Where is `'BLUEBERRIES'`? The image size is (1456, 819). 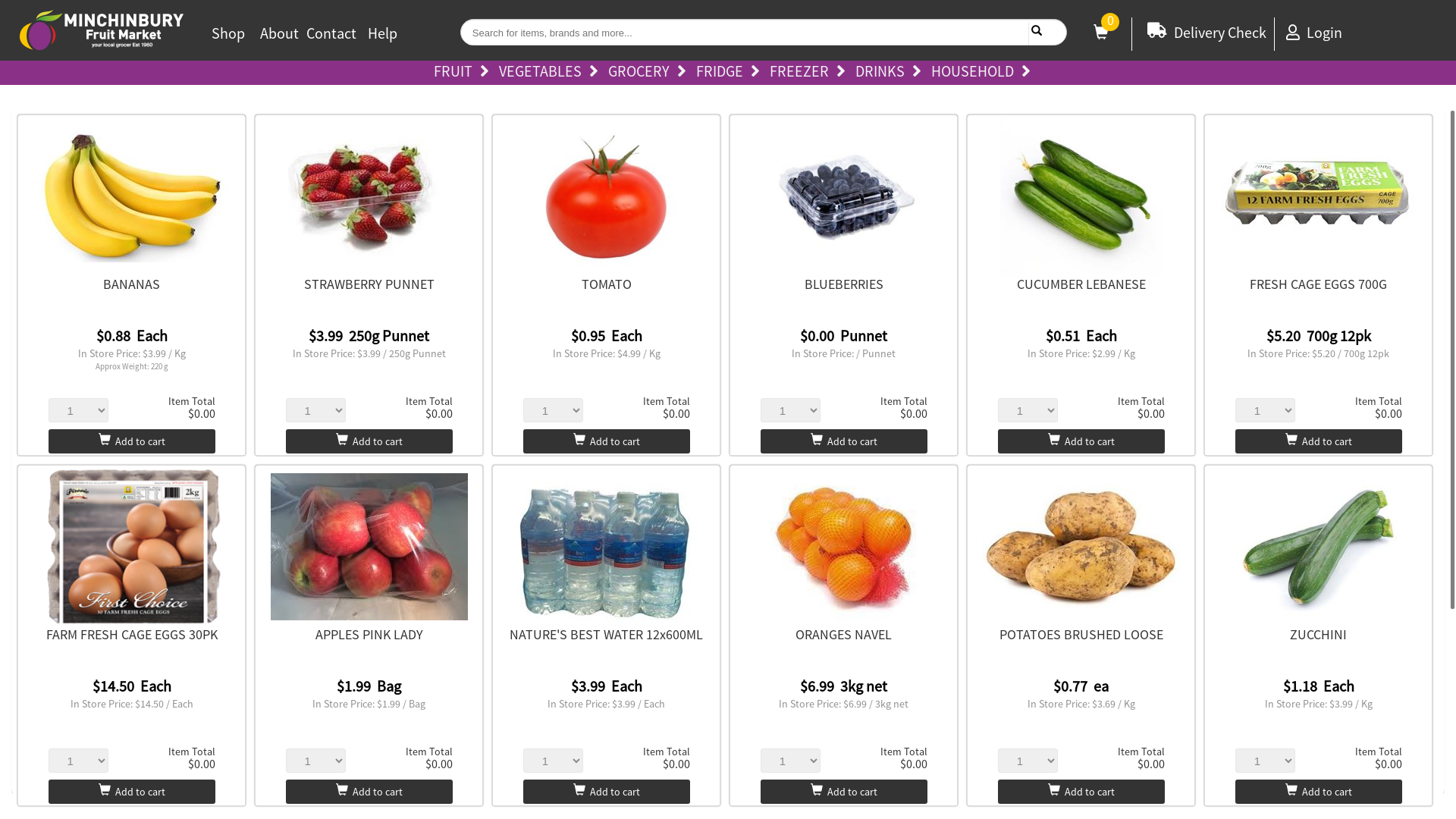
'BLUEBERRIES' is located at coordinates (843, 284).